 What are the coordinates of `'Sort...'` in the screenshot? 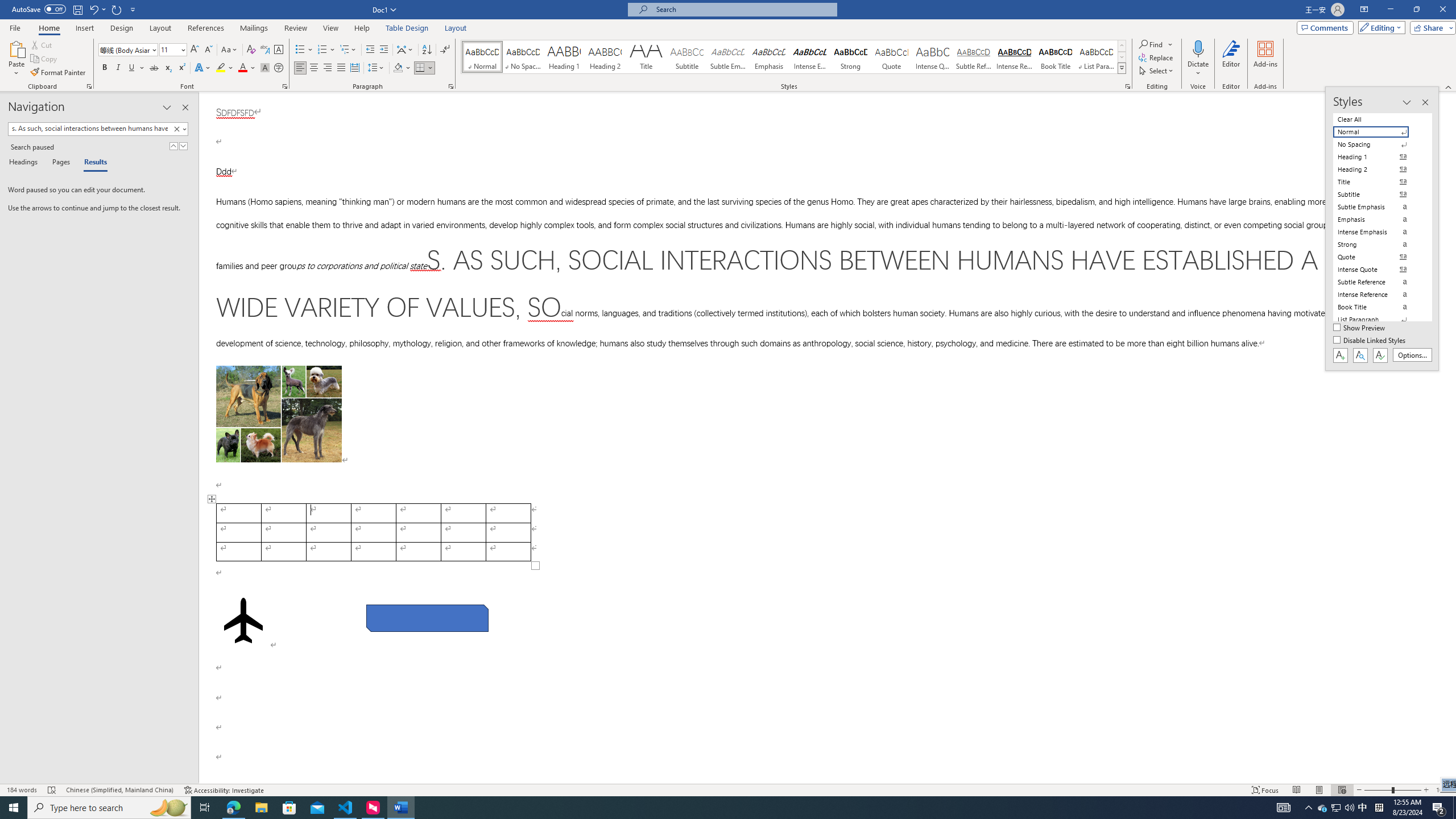 It's located at (427, 49).